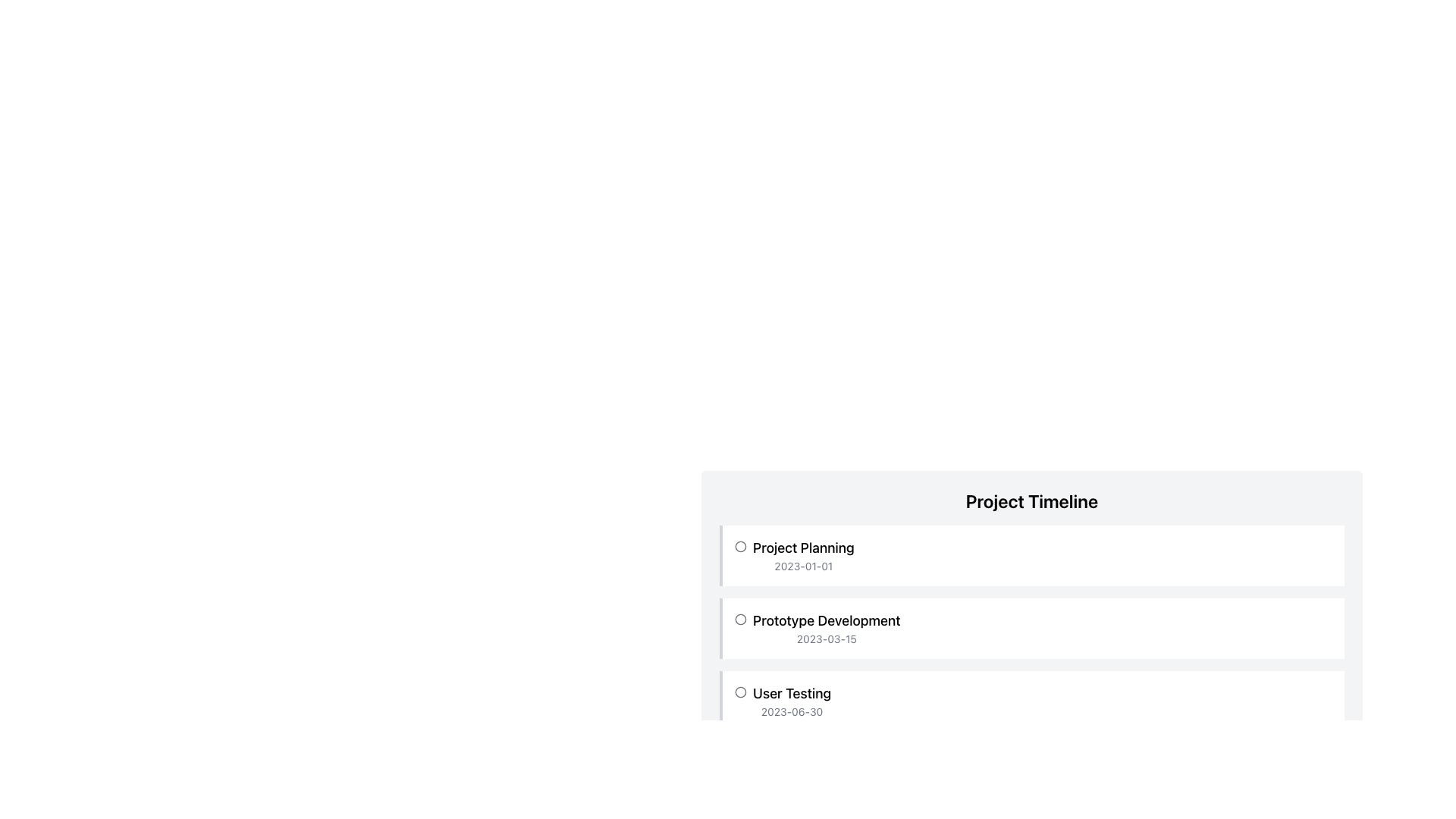 The width and height of the screenshot is (1456, 819). Describe the element at coordinates (791, 711) in the screenshot. I see `text label indicating the completion or due date for the 'User Testing' task in the project timeline, located directly under the 'User Testing' label` at that location.